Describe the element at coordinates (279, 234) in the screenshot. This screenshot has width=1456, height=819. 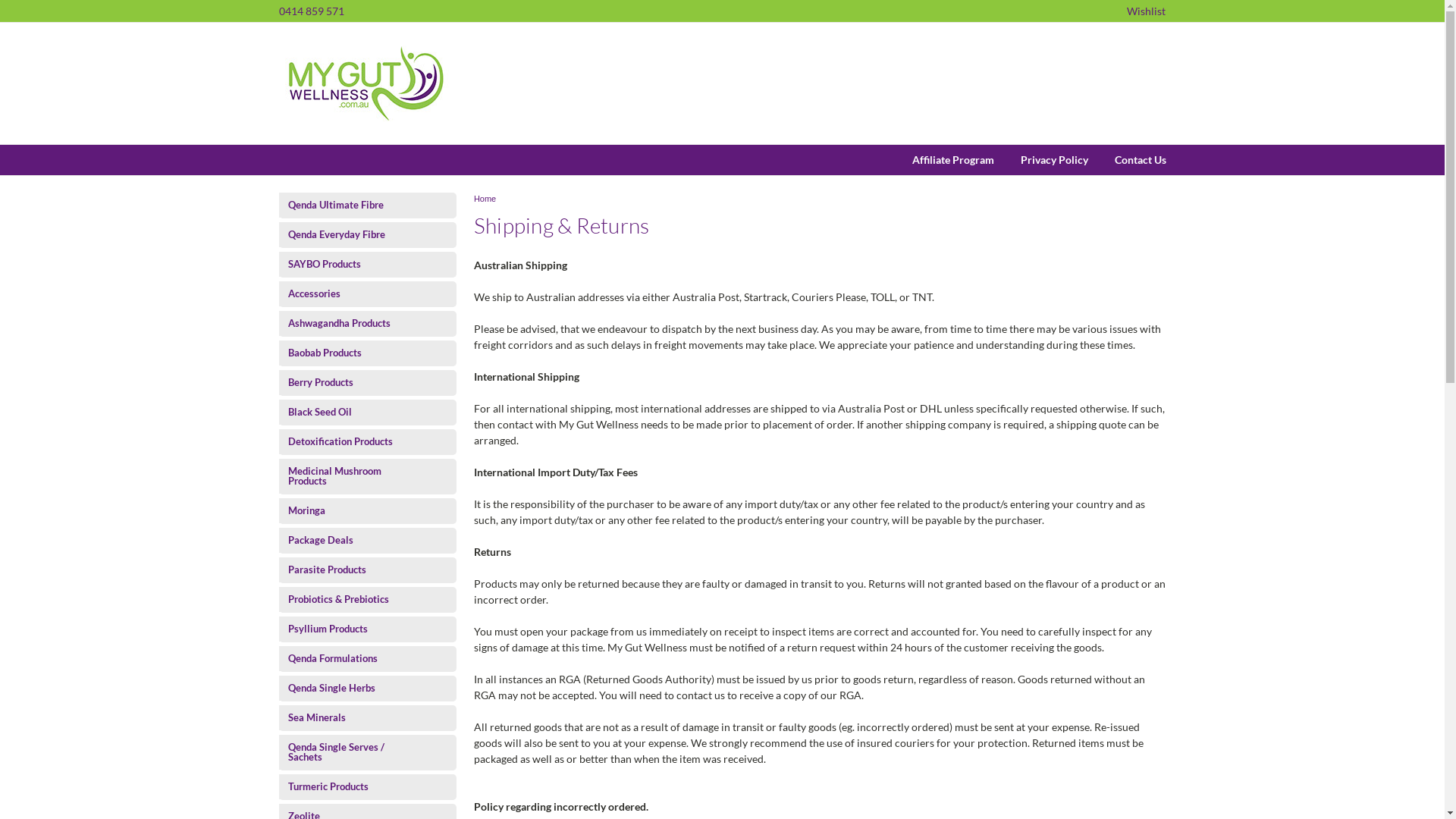
I see `'Qenda Everyday Fibre'` at that location.